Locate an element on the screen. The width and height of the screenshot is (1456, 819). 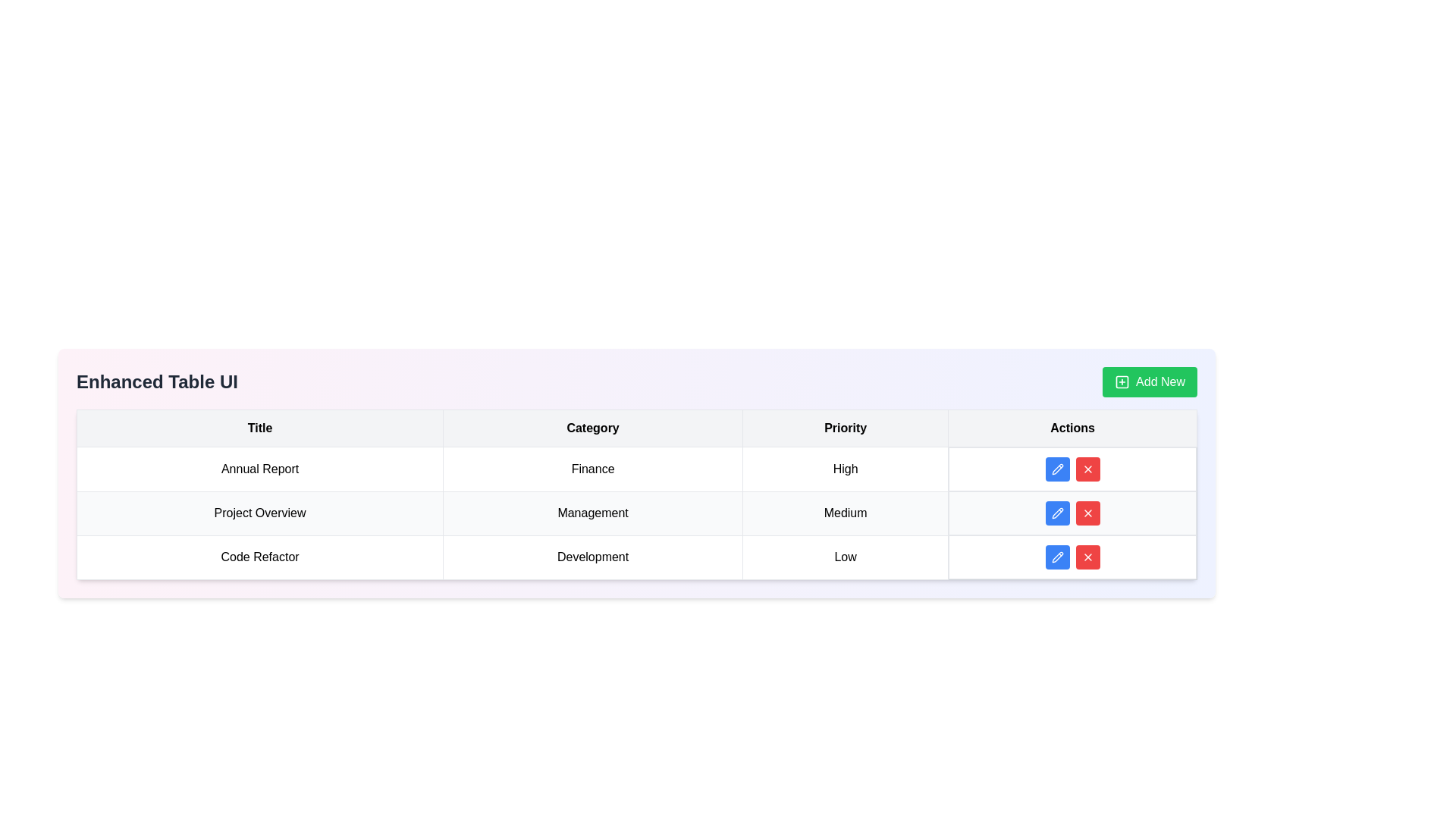
the 'Medium' priority level text label located in the 'Priority' column of the 'Management' category row is located at coordinates (845, 513).